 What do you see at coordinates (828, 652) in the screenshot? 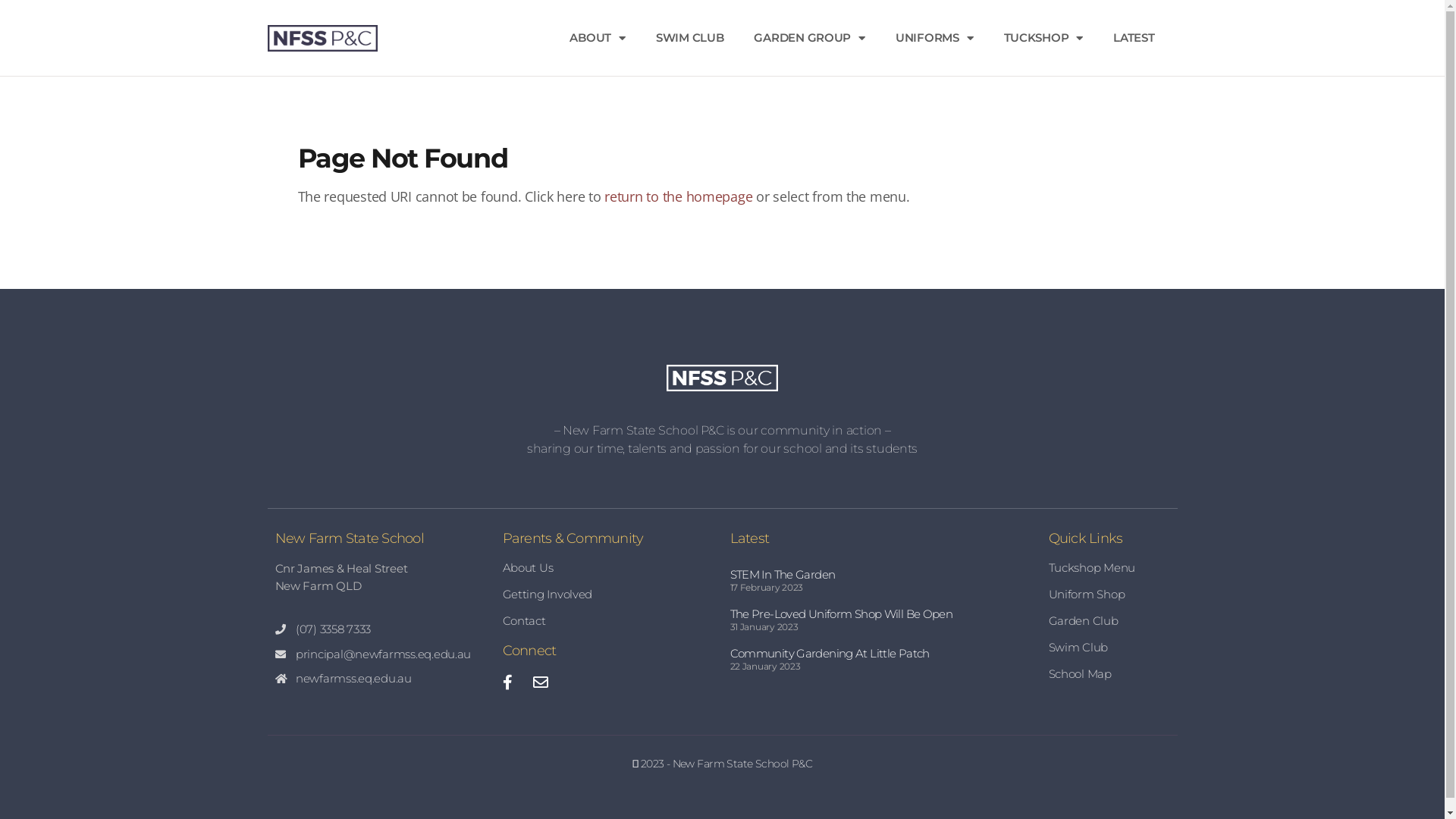
I see `'Community Gardening At Little Patch'` at bounding box center [828, 652].